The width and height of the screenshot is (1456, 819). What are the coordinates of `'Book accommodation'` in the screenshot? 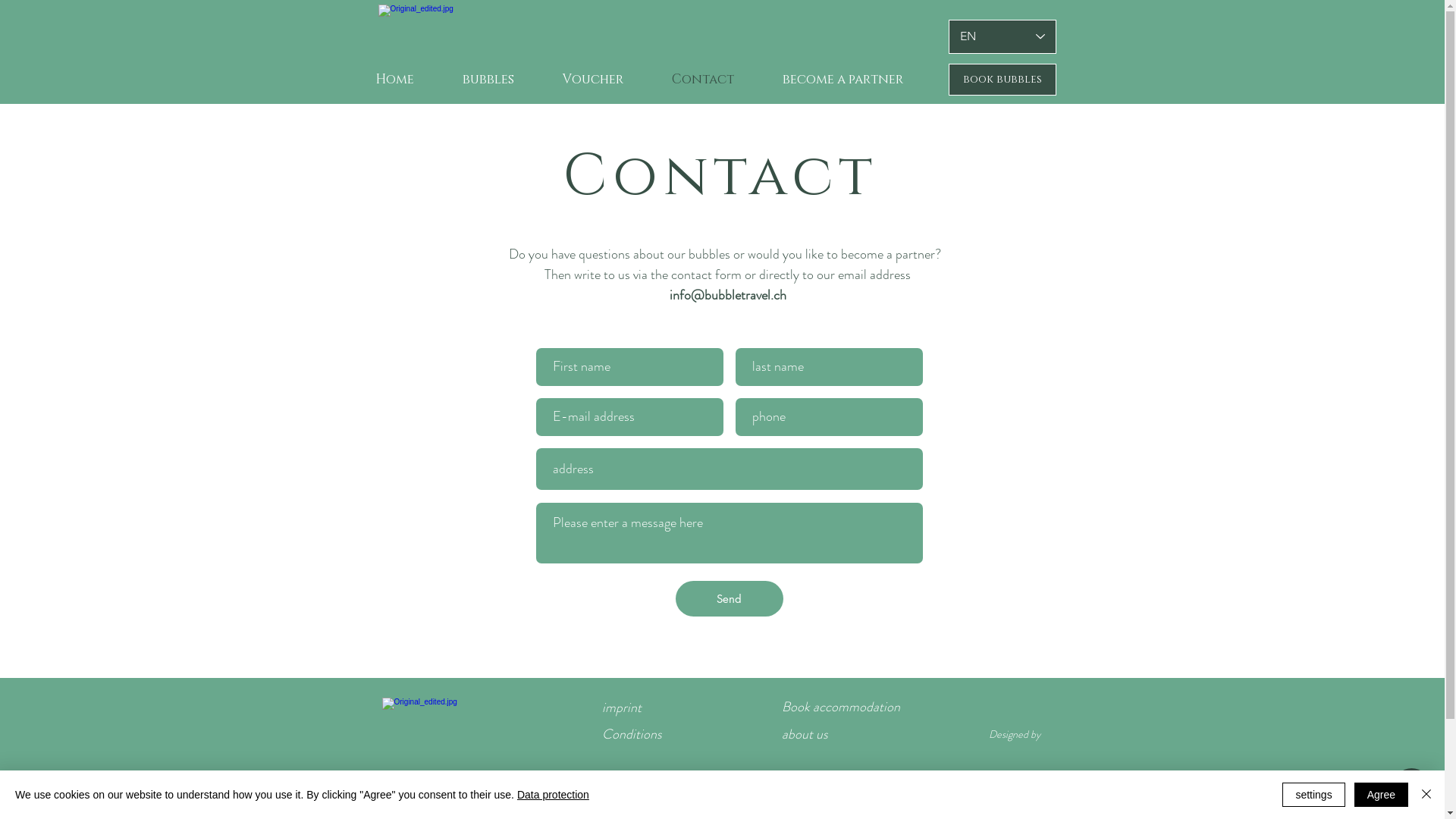 It's located at (781, 707).